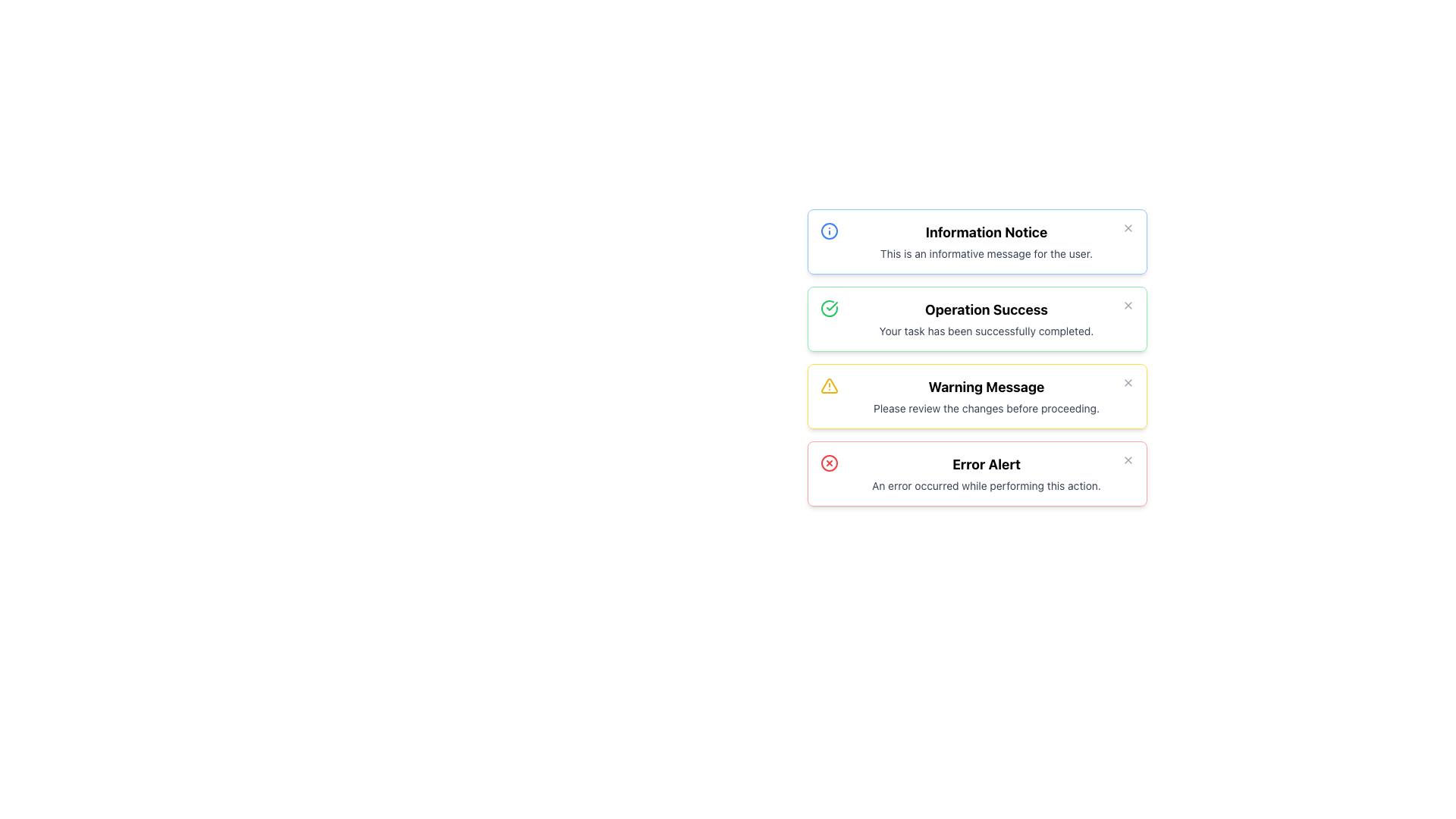  What do you see at coordinates (986, 386) in the screenshot?
I see `the text label that serves as the title for the warning message card, which is centrally positioned within its notification card, framed with a yellow border and accompanied by a warning icon` at bounding box center [986, 386].